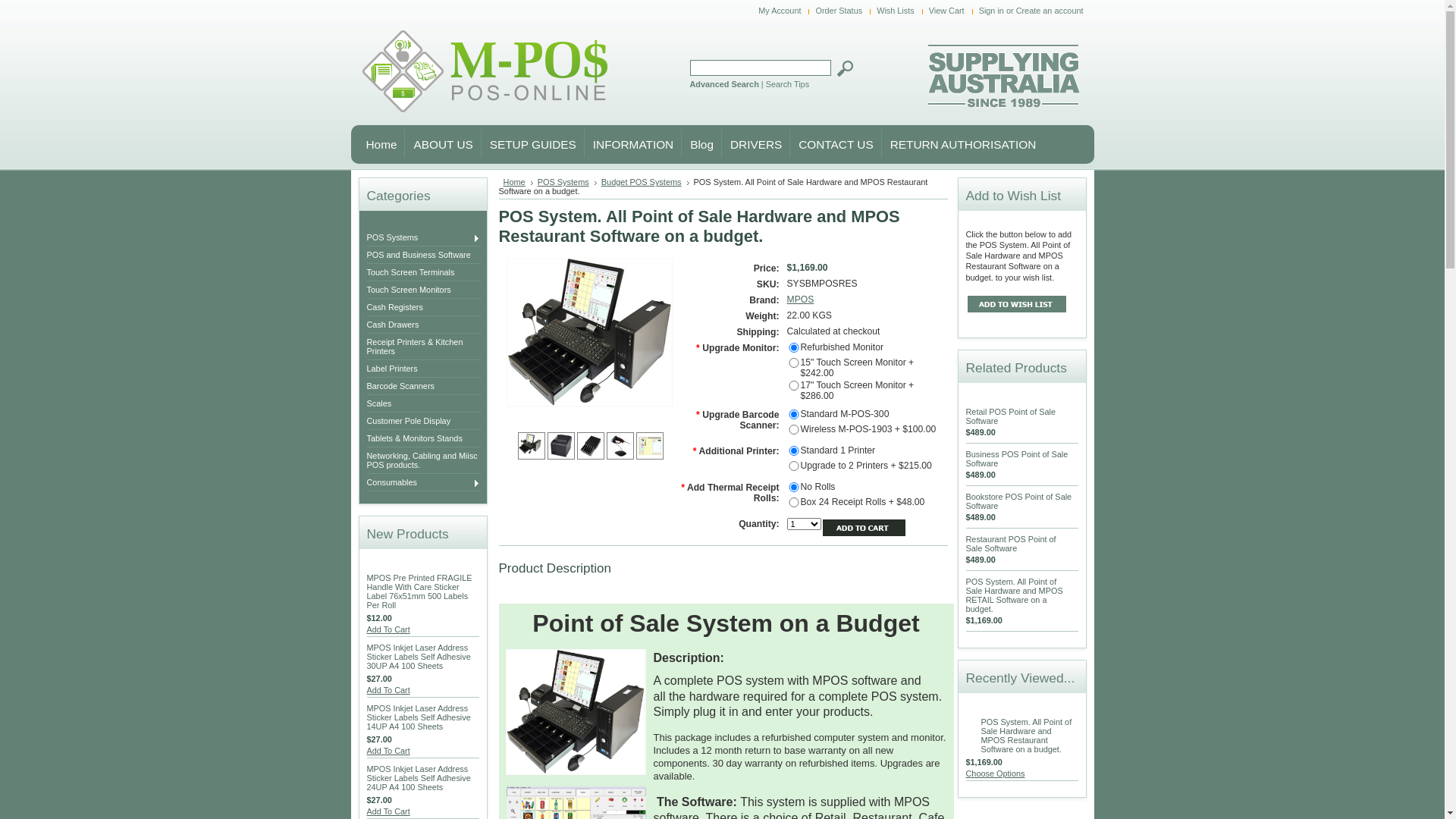 This screenshot has height=819, width=1456. Describe the element at coordinates (958, 143) in the screenshot. I see `'RETURN AUTHORISATION'` at that location.